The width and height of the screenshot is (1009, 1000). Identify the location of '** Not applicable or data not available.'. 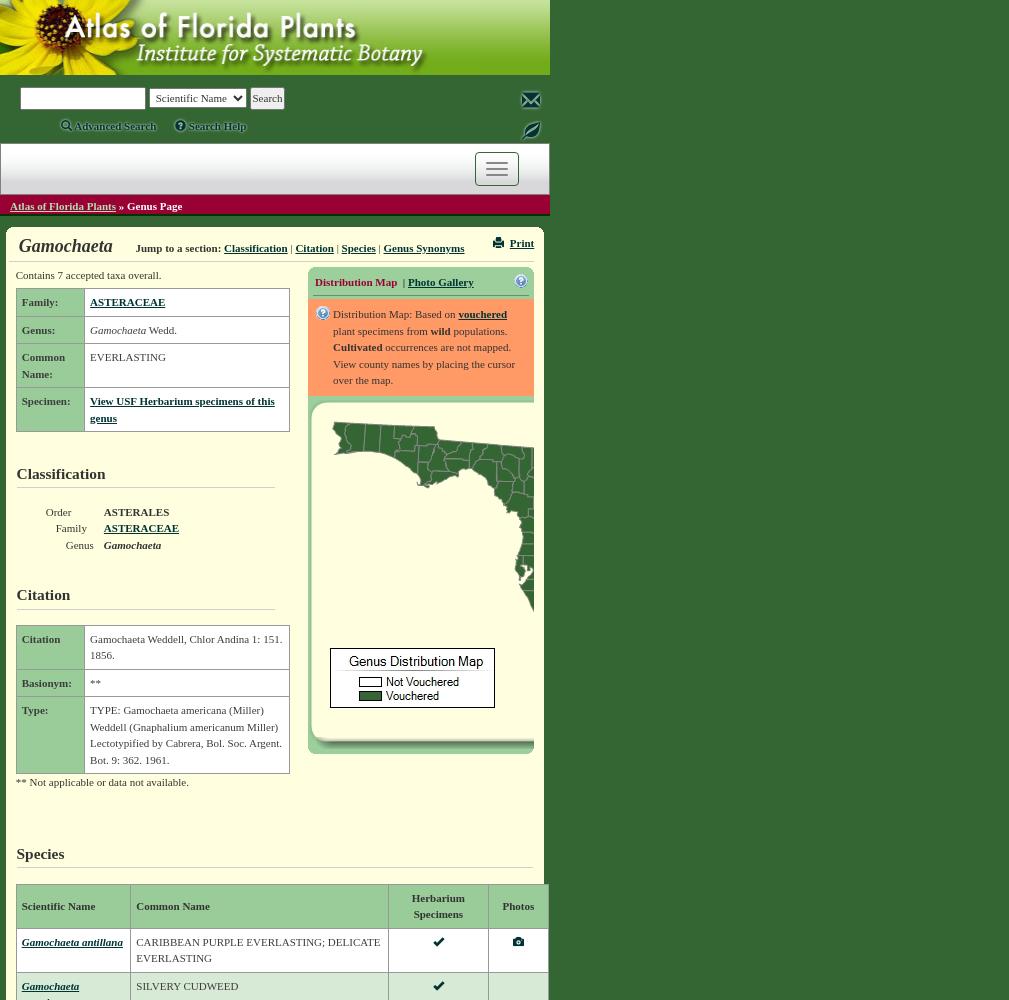
(14, 782).